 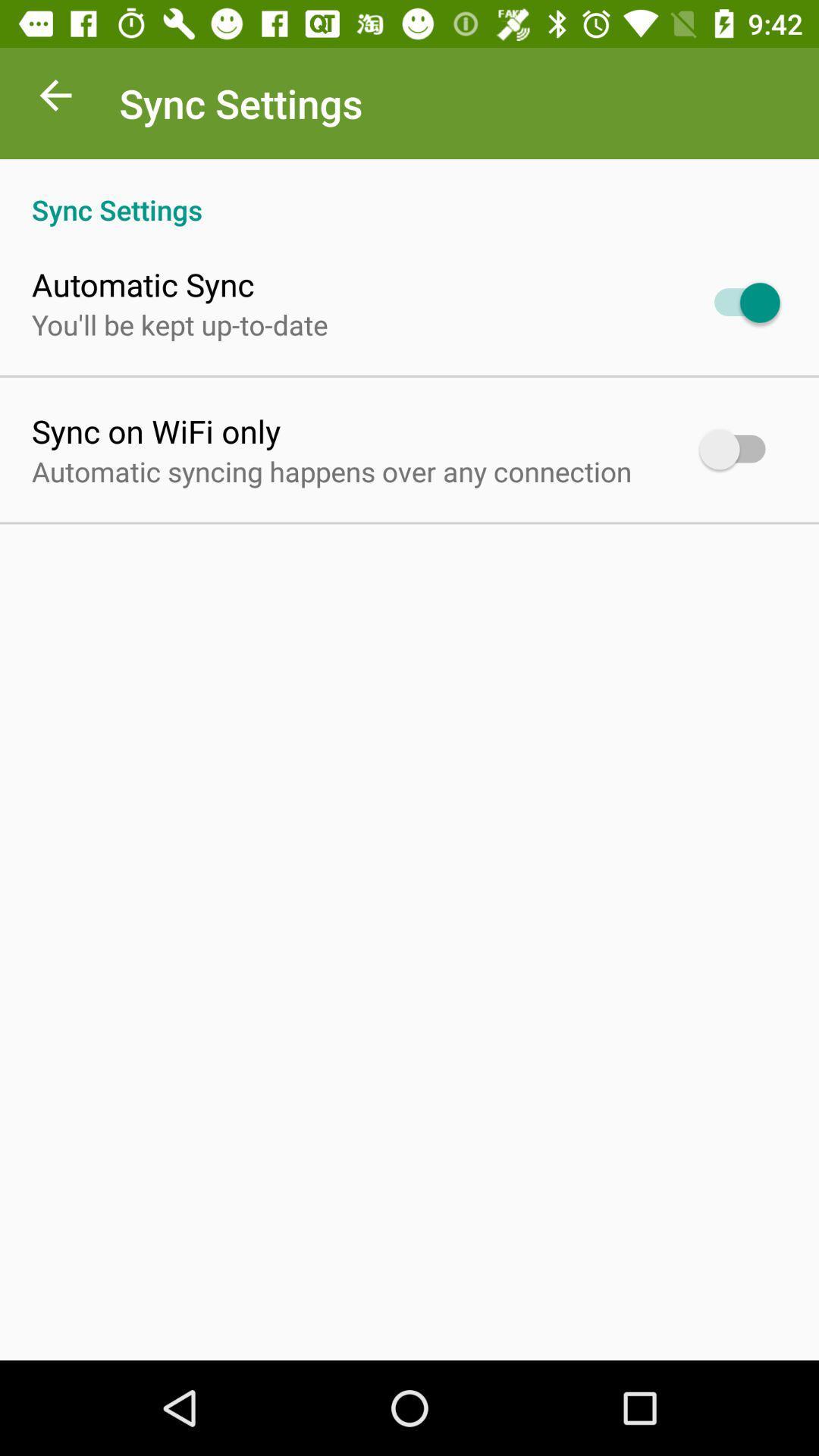 I want to click on item next to sync settings icon, so click(x=55, y=99).